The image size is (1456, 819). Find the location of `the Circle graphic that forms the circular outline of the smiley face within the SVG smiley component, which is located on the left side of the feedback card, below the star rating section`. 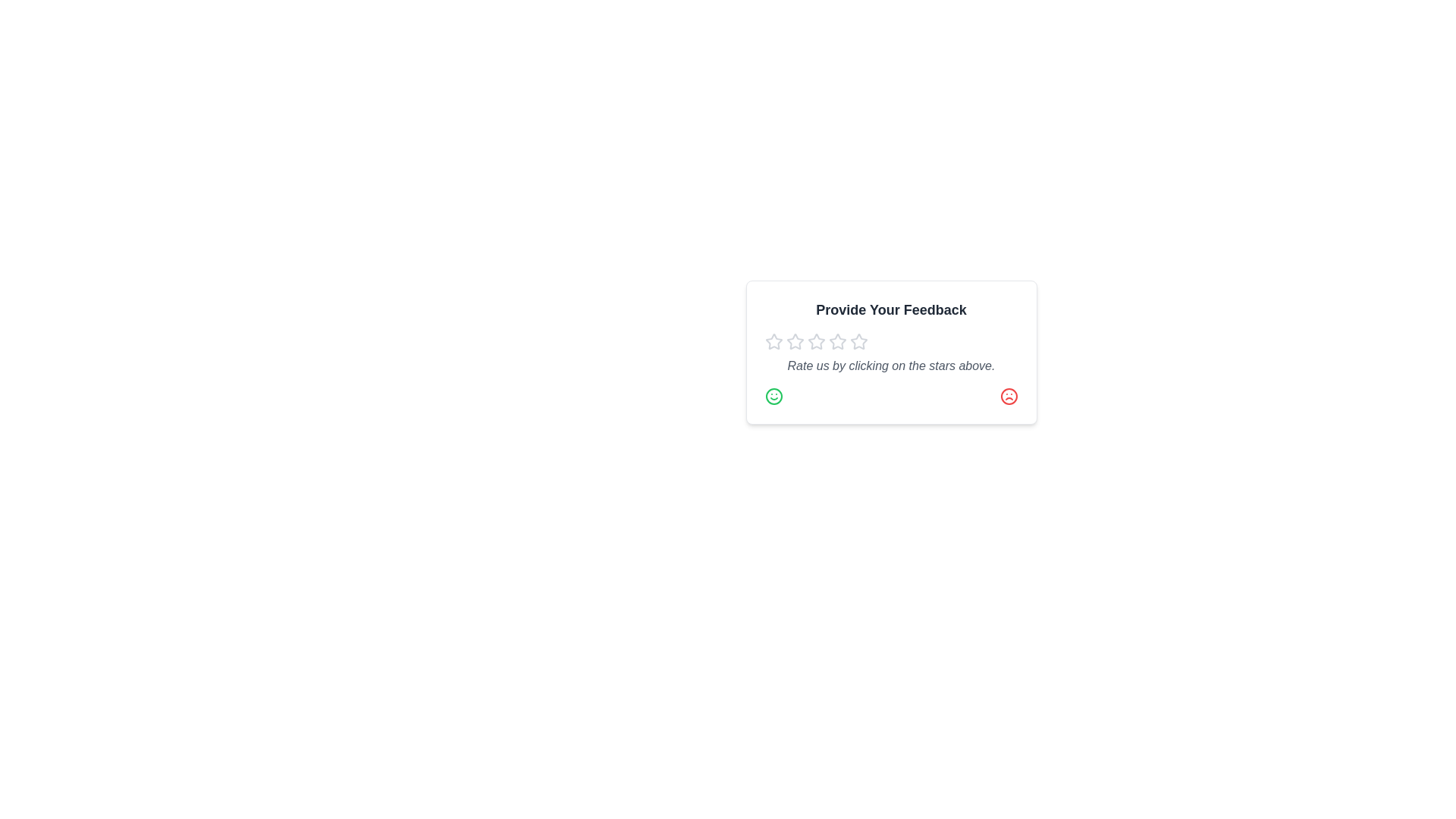

the Circle graphic that forms the circular outline of the smiley face within the SVG smiley component, which is located on the left side of the feedback card, below the star rating section is located at coordinates (773, 396).